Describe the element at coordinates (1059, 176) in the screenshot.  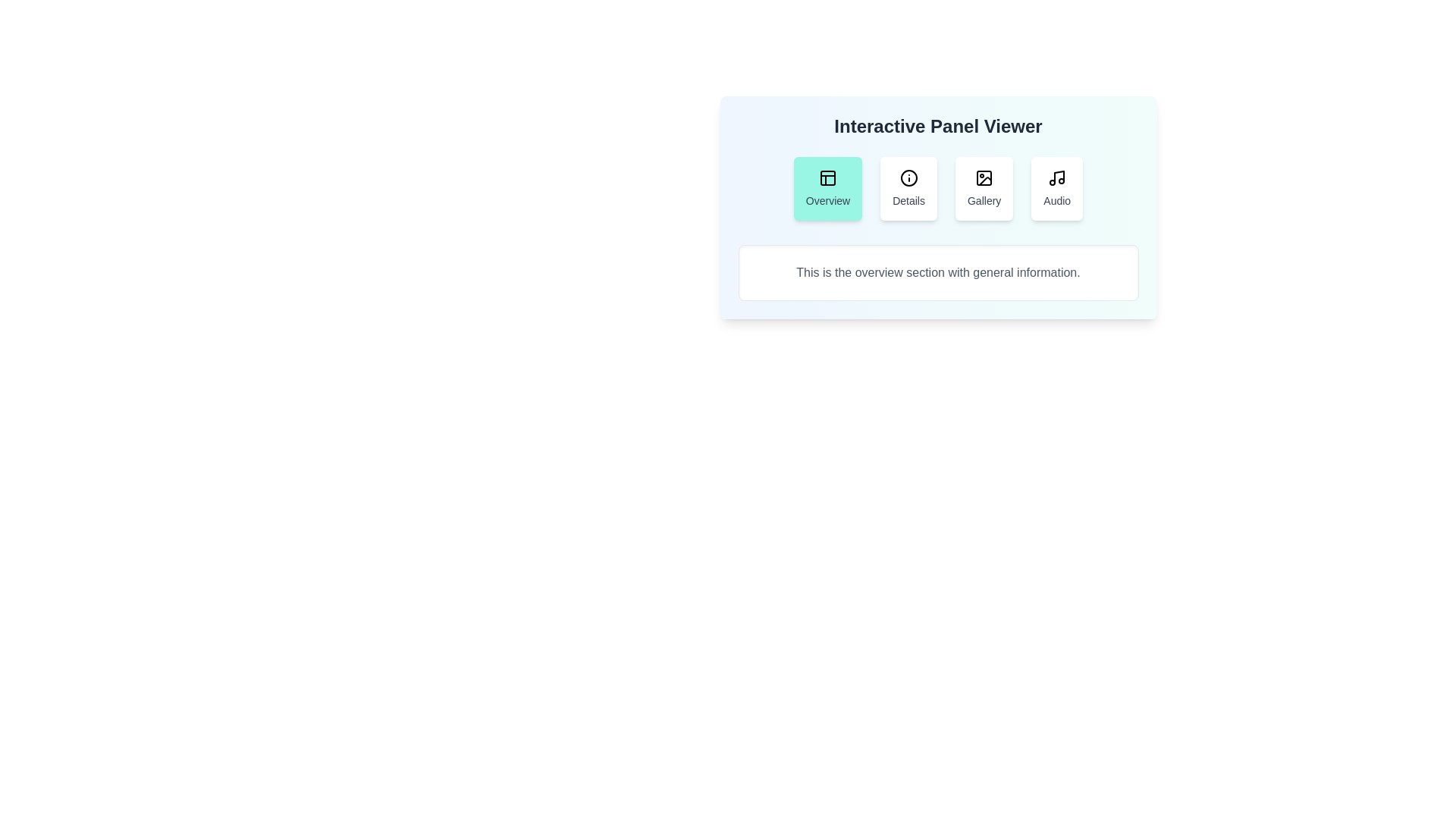
I see `the 'Audio' icon located in the top-right quadrant of the interface, which is part of the last button in a horizontal group of four buttons` at that location.